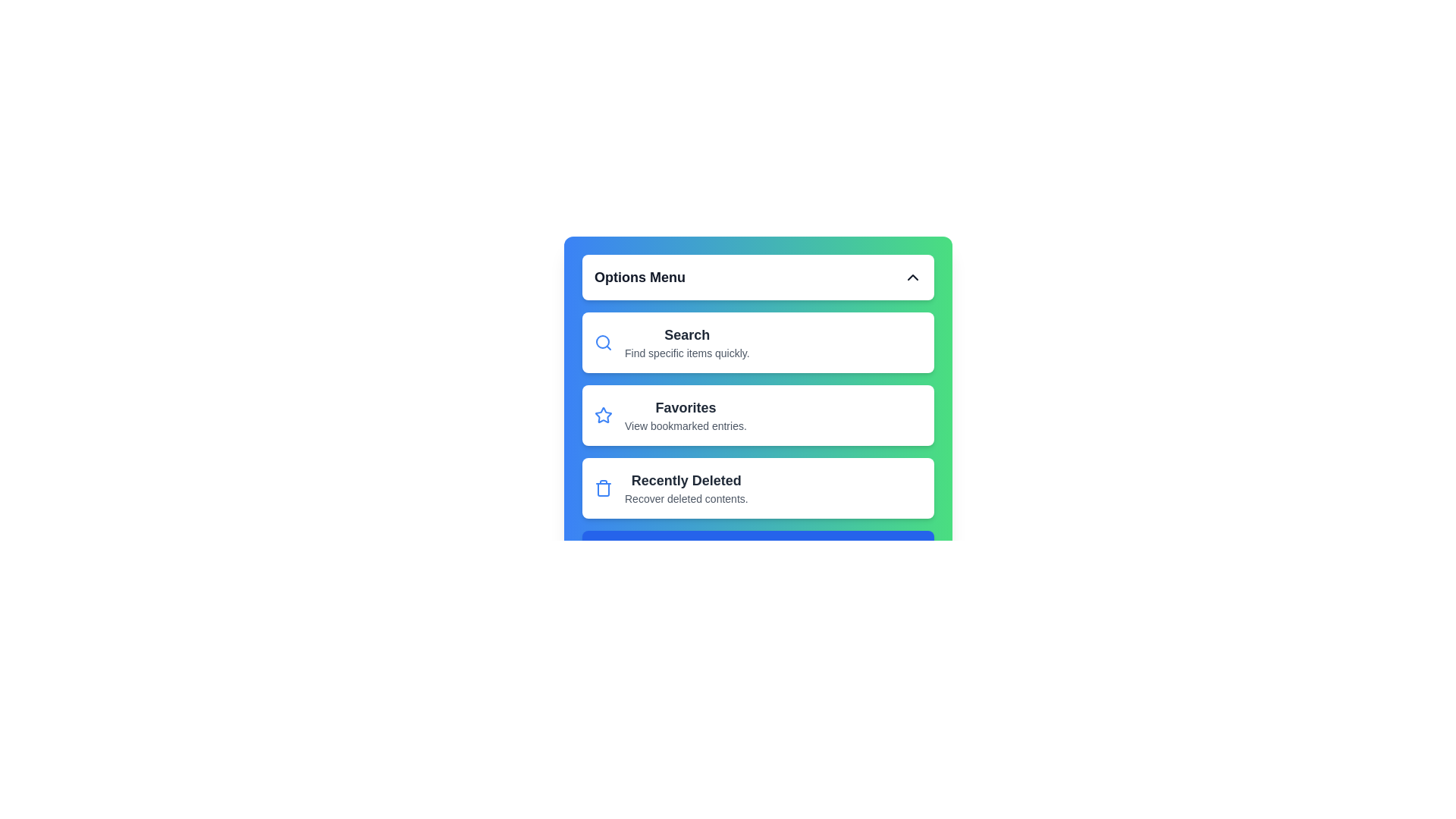  What do you see at coordinates (603, 488) in the screenshot?
I see `the blue trash bin icon located in the 'Recently Deleted' section of the Options Menu, which is the third option below 'Favorites'` at bounding box center [603, 488].